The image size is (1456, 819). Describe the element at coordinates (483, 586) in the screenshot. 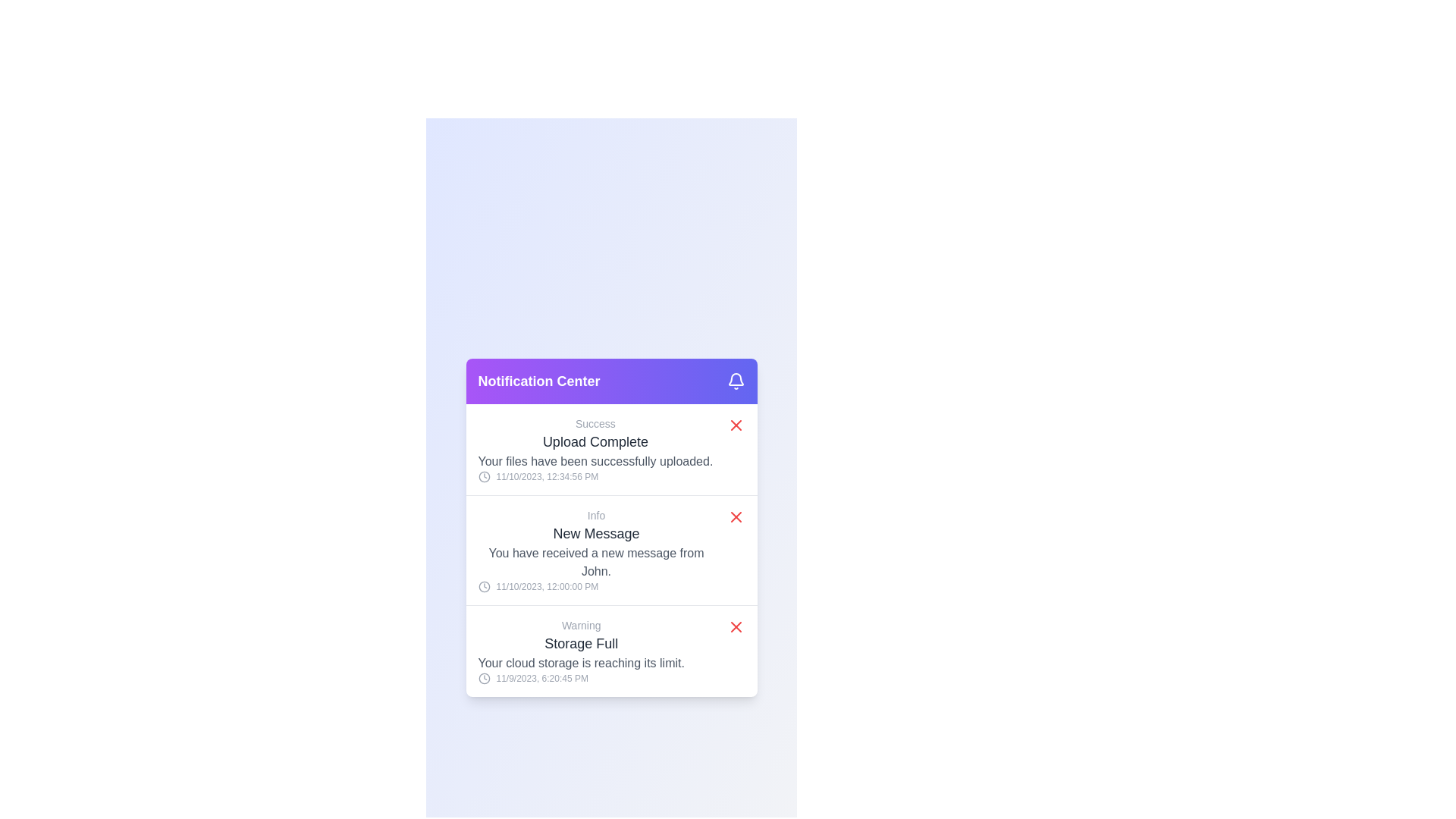

I see `the SVG circle element representing the clock face in the second notification card, located to the left of the timestamp '11/10/2023, 12:00:00 PM'` at that location.